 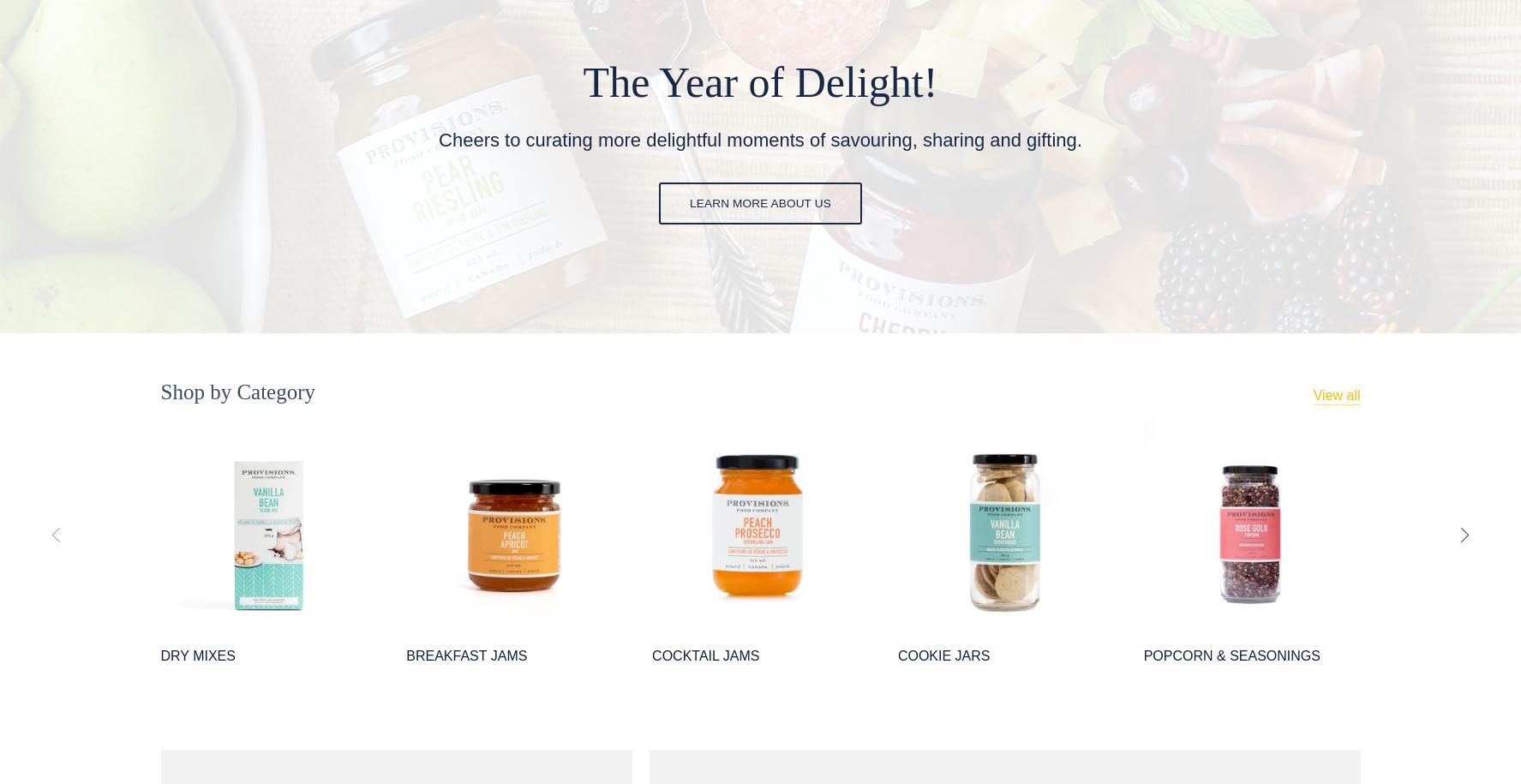 What do you see at coordinates (237, 391) in the screenshot?
I see `'Shop by Category'` at bounding box center [237, 391].